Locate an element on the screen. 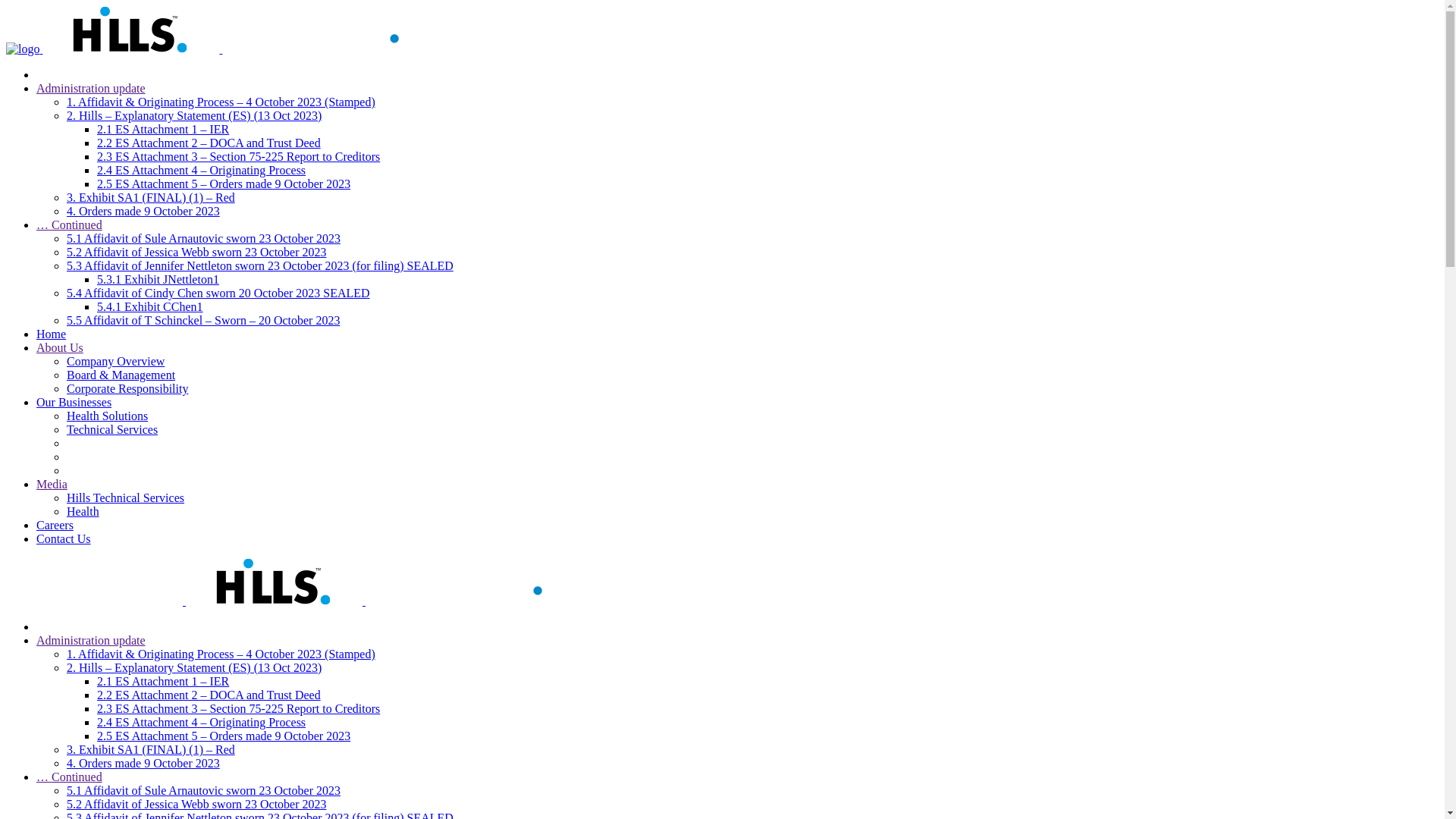 The image size is (1456, 819). '5.4.1 Exhibit CChen1' is located at coordinates (149, 306).